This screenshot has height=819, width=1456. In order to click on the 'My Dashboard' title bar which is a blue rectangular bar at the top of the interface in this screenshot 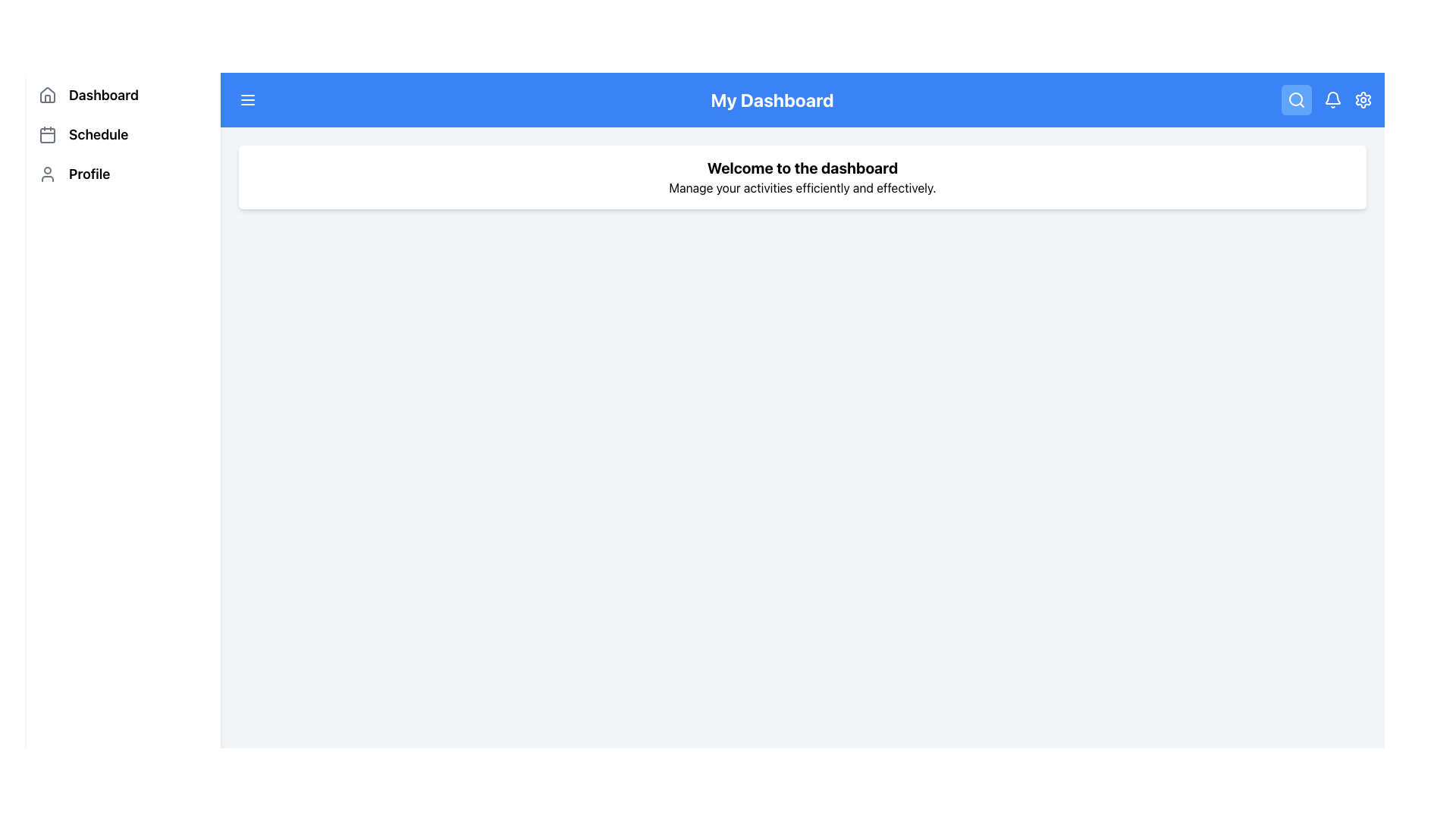, I will do `click(802, 99)`.